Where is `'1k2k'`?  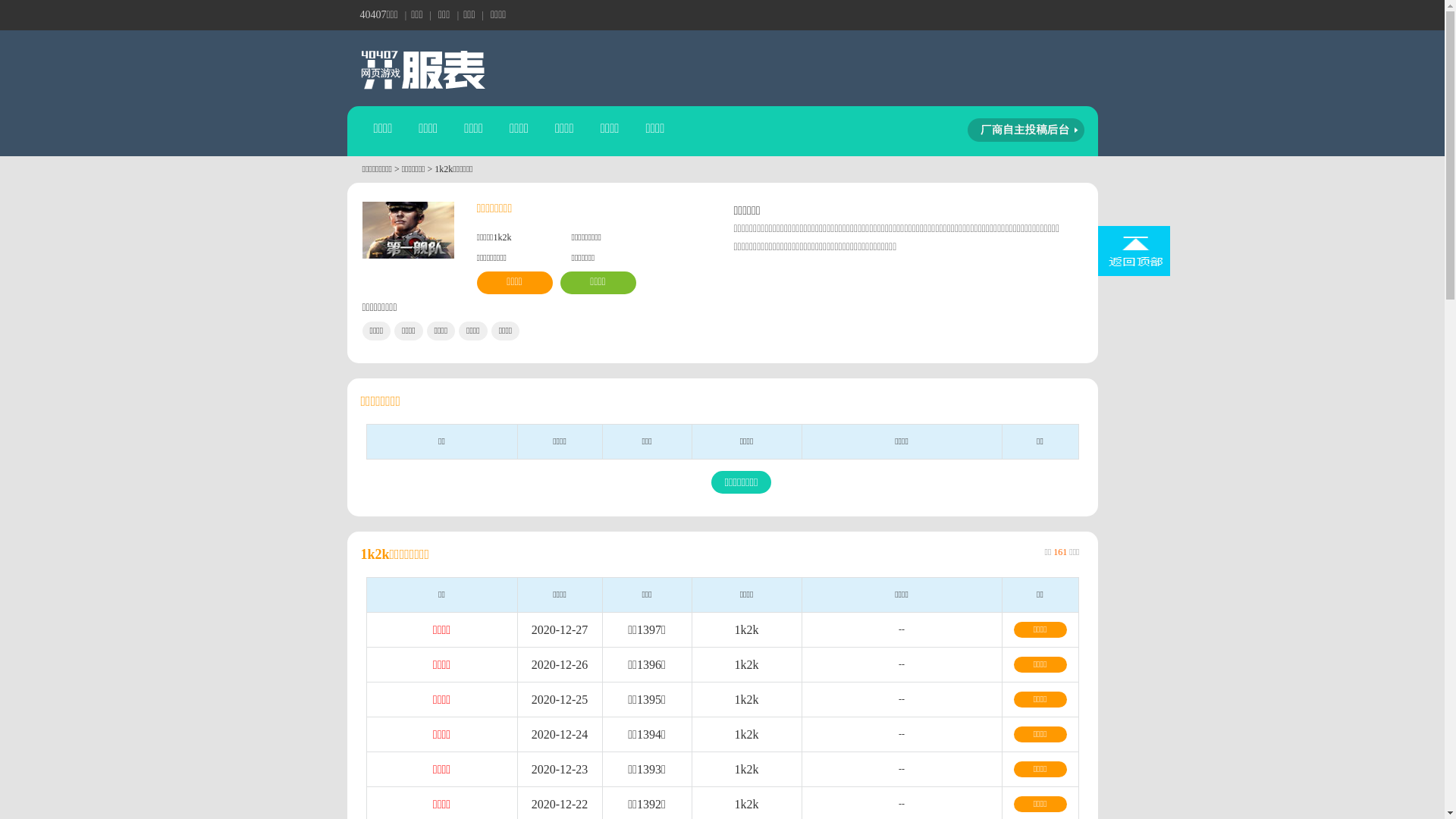
'1k2k' is located at coordinates (734, 769).